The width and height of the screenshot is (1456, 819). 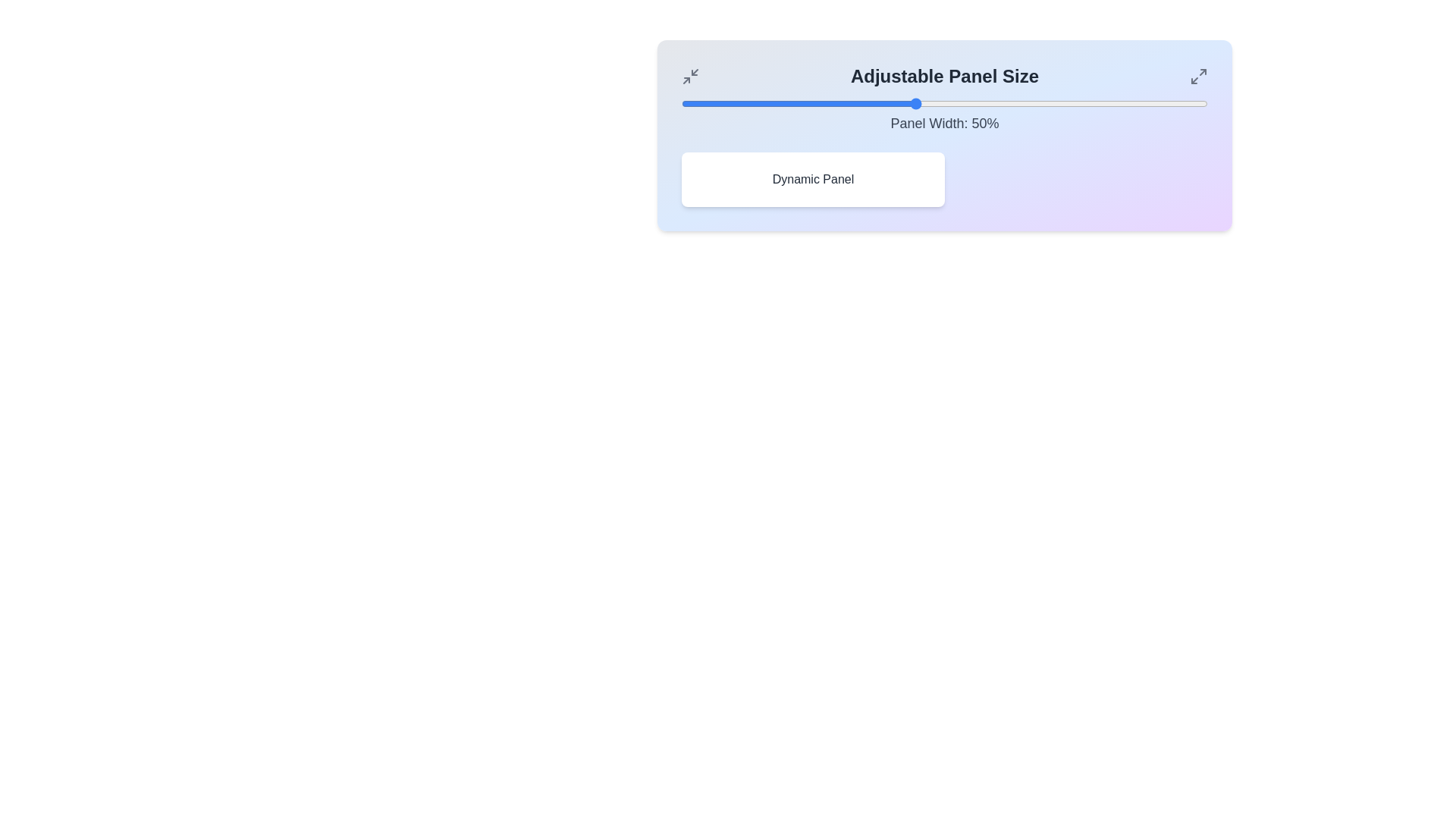 I want to click on the slider value, so click(x=1195, y=103).